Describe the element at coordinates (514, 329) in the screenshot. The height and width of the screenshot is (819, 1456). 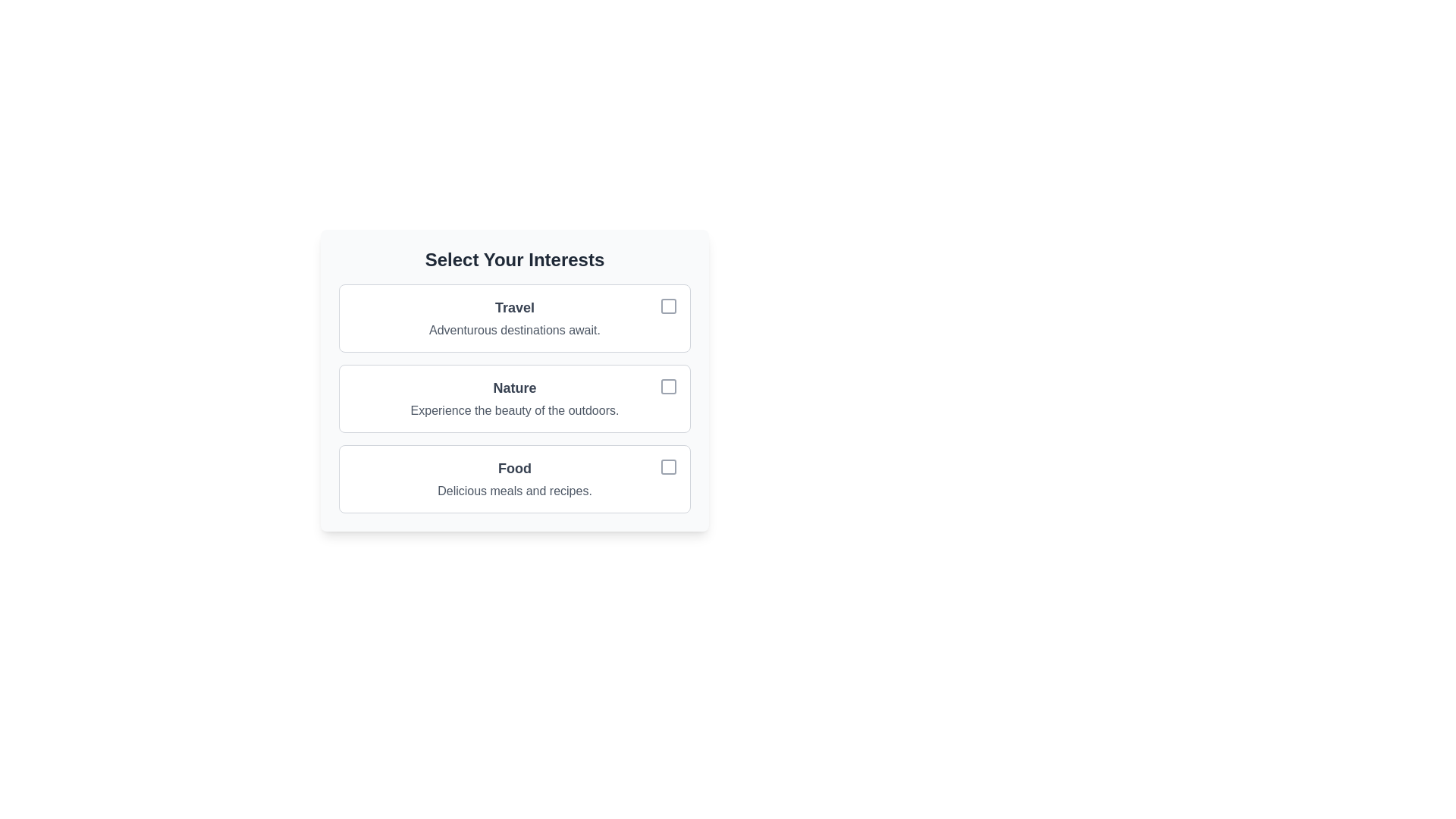
I see `the interactive elements related to the text snippet 'Adventurous destinations await.' which is displayed in medium gray color below the bold title 'Travel'` at that location.